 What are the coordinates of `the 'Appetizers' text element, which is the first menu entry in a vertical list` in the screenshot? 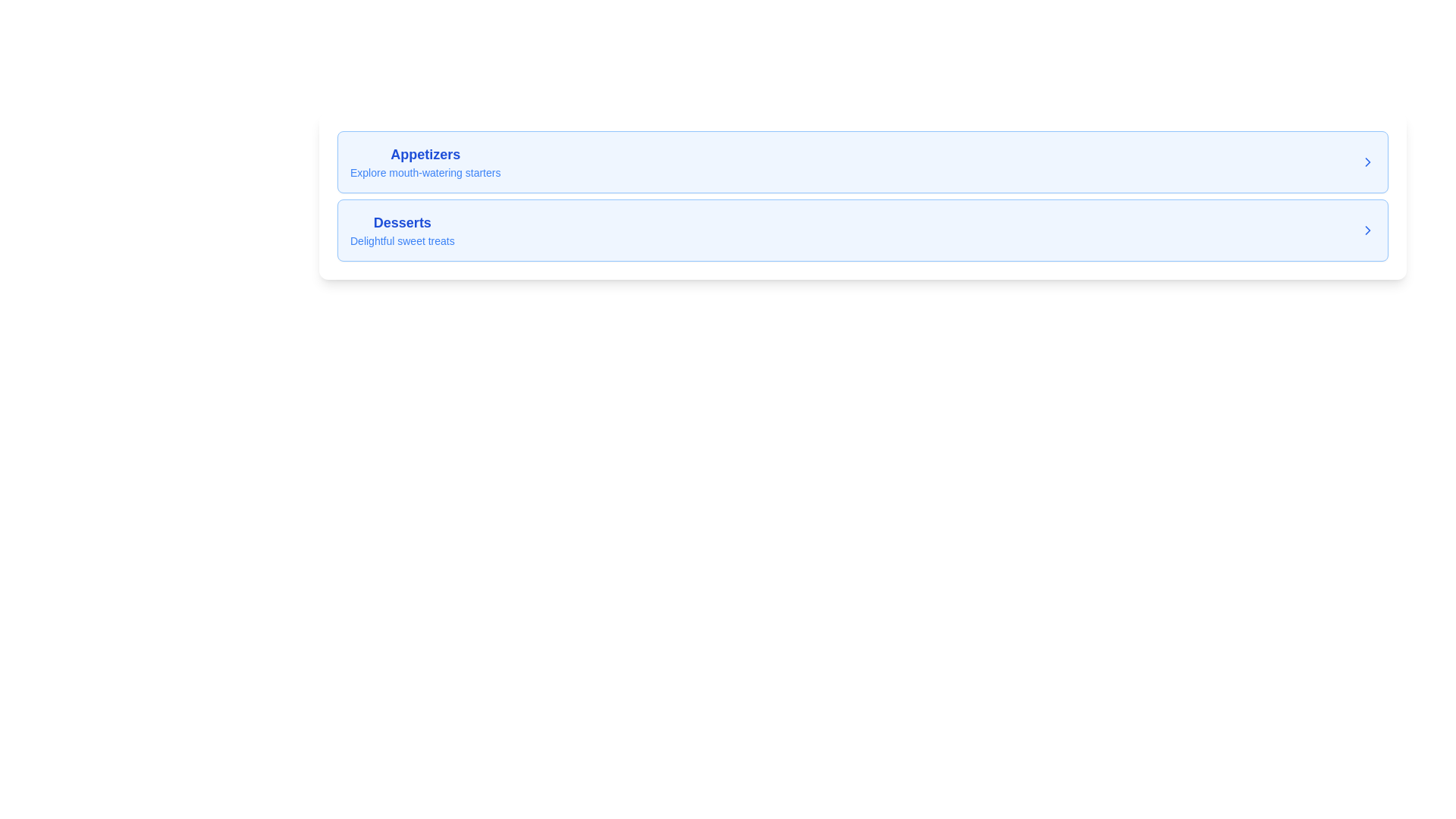 It's located at (425, 162).